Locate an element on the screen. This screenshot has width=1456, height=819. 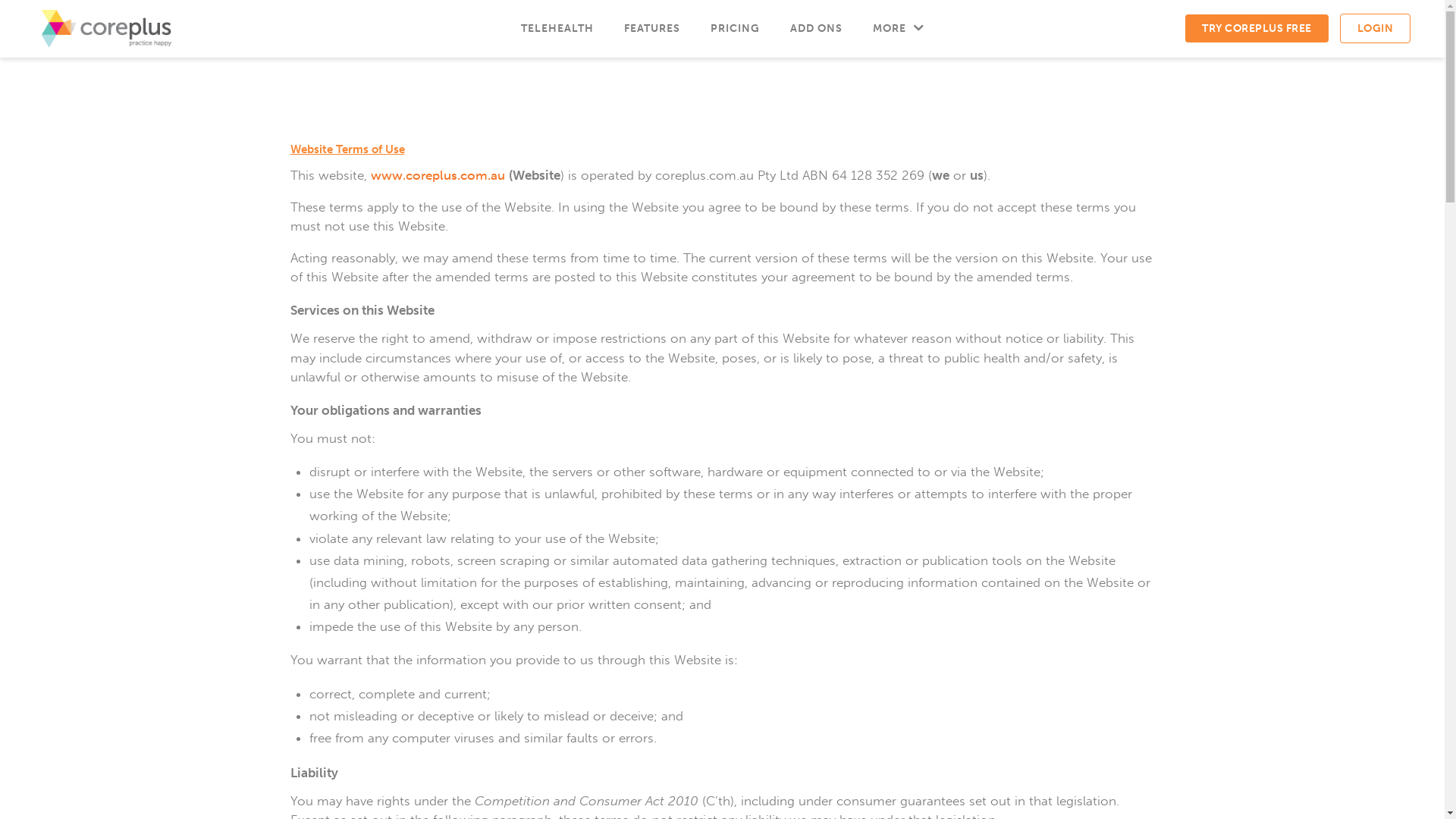
'LOGIN' is located at coordinates (1375, 28).